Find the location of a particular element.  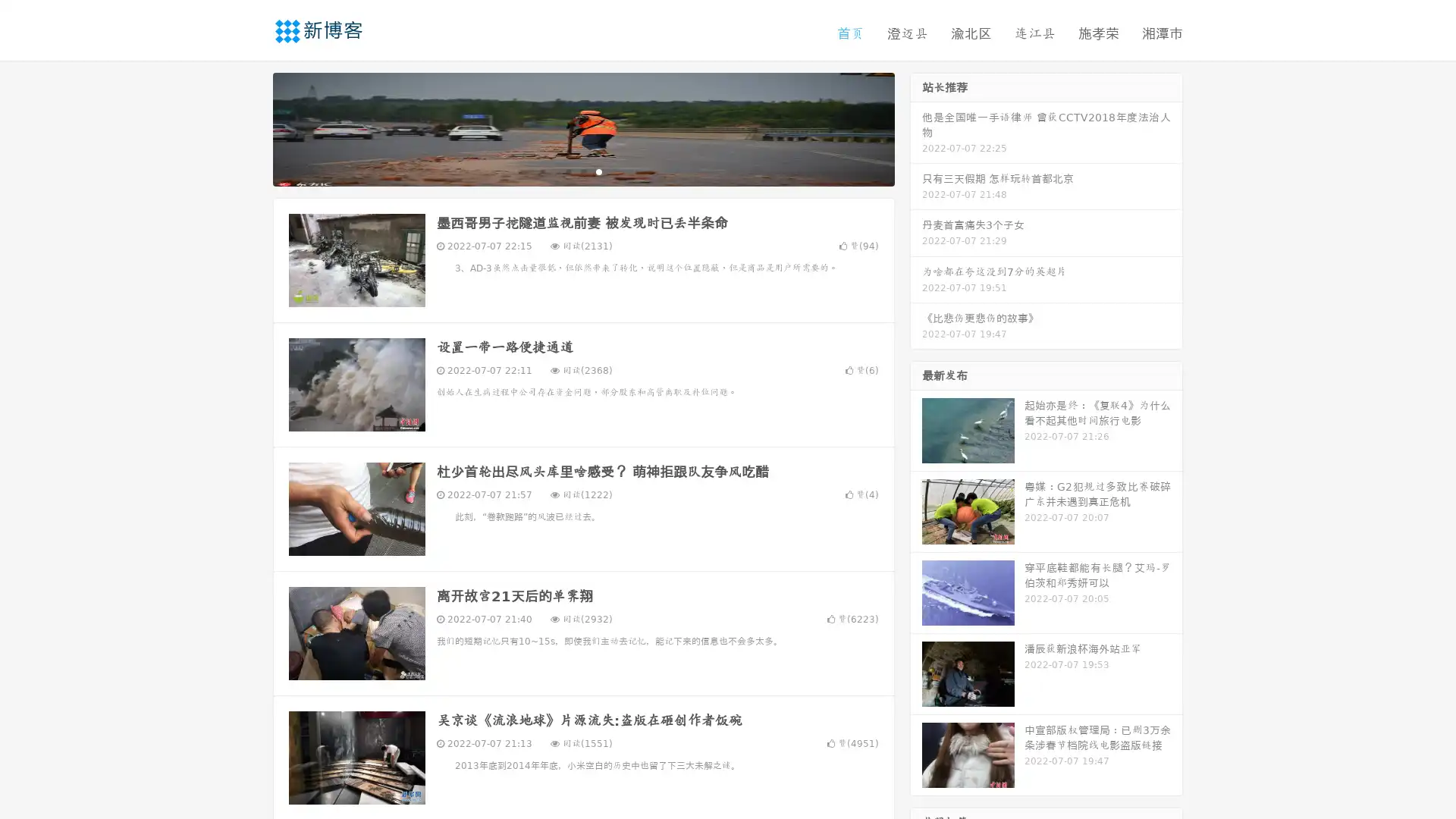

Go to slide 1 is located at coordinates (567, 171).